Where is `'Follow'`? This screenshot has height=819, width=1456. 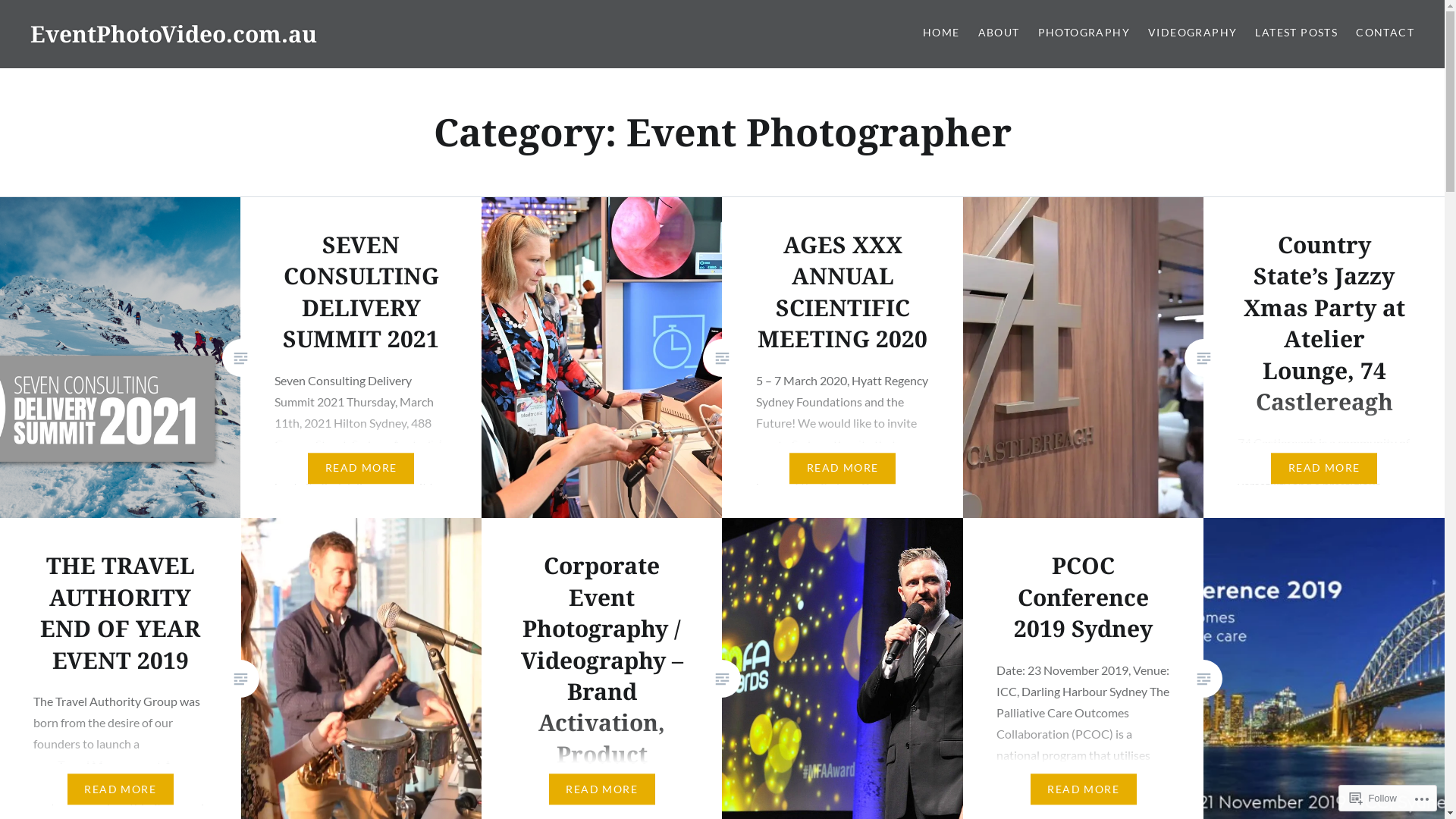
'Follow' is located at coordinates (1373, 797).